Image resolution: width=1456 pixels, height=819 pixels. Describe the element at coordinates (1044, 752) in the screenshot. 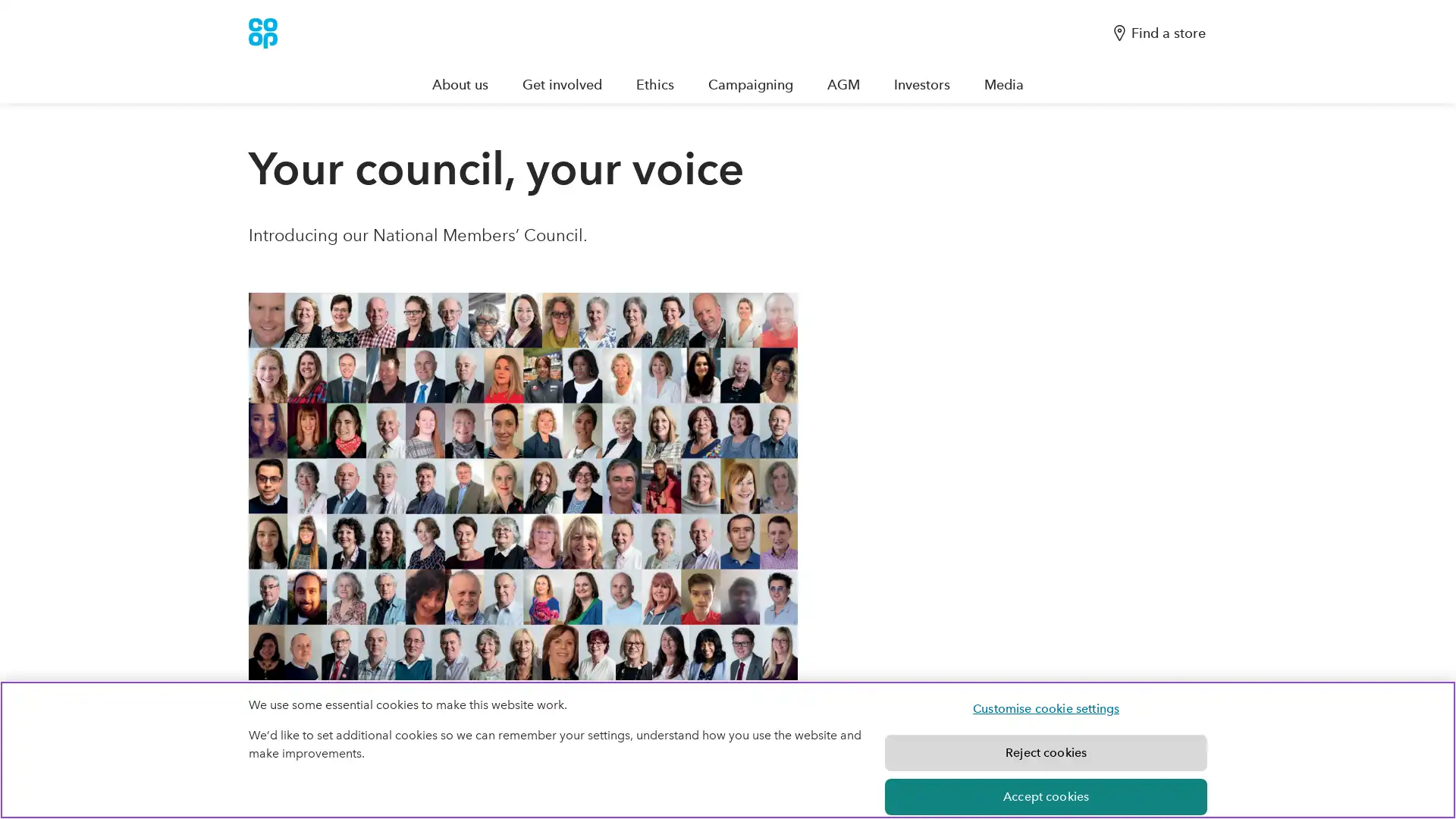

I see `Reject cookies` at that location.